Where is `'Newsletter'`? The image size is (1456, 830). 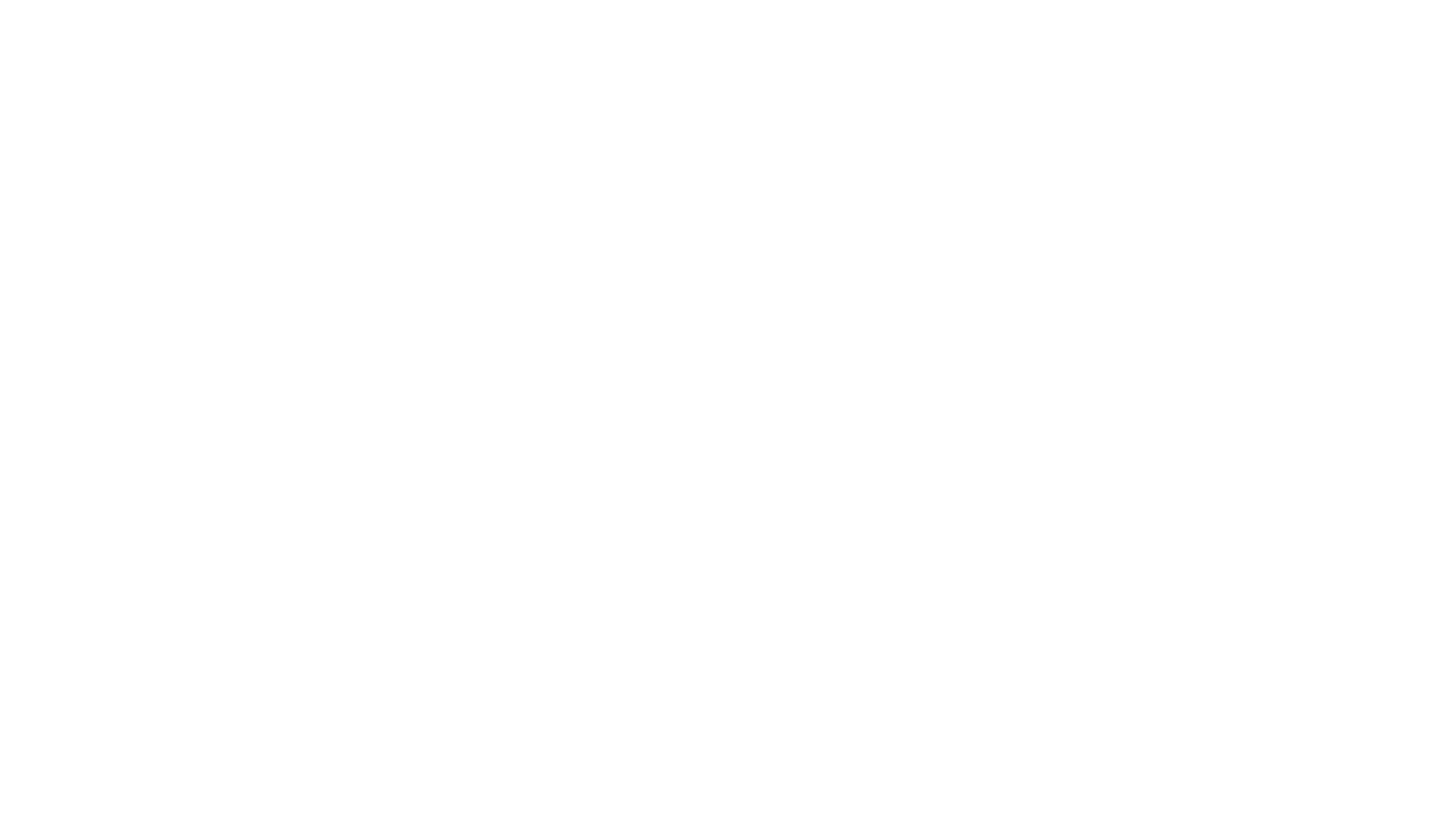
'Newsletter' is located at coordinates (401, 694).